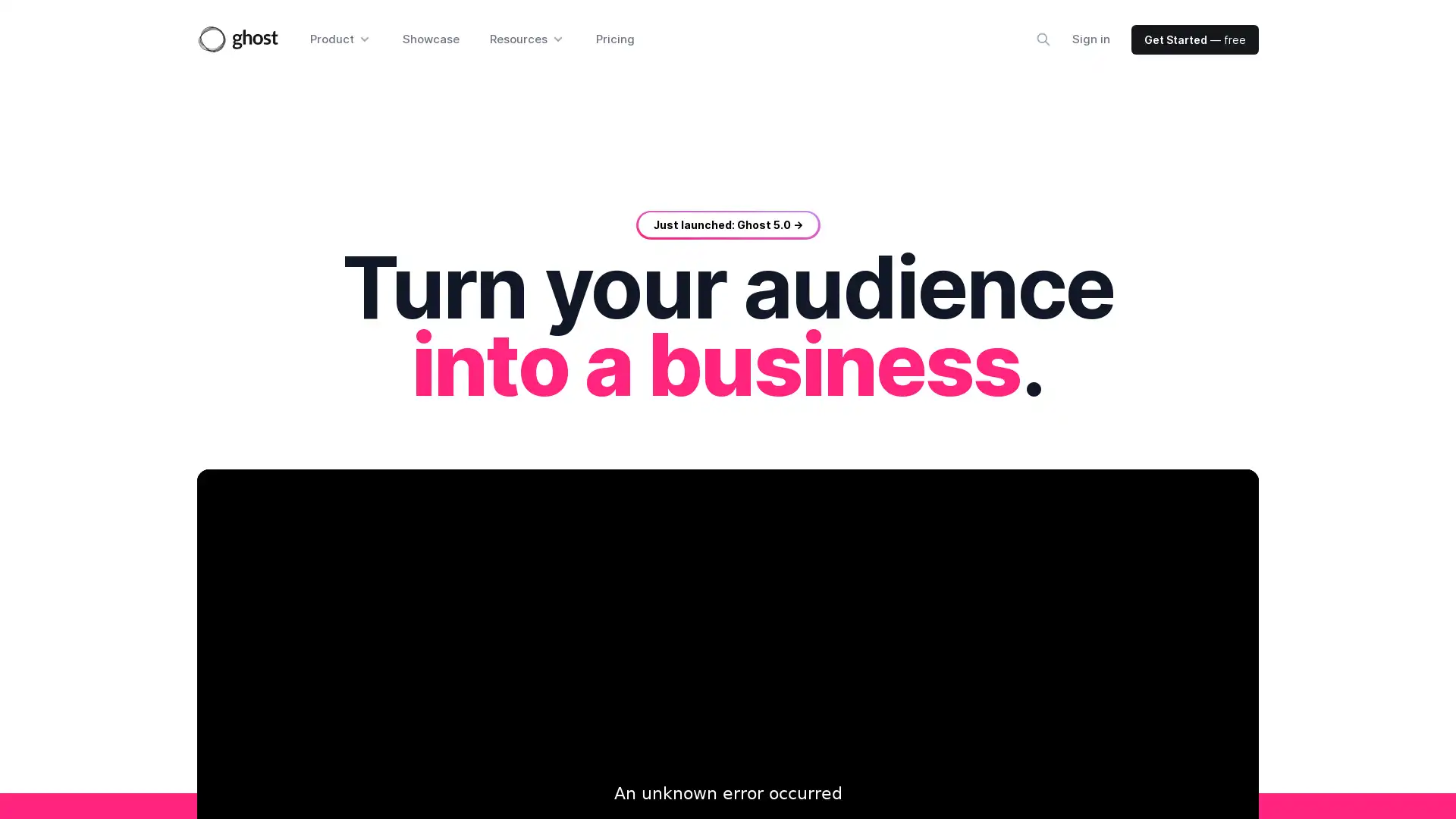  What do you see at coordinates (527, 38) in the screenshot?
I see `Resources` at bounding box center [527, 38].